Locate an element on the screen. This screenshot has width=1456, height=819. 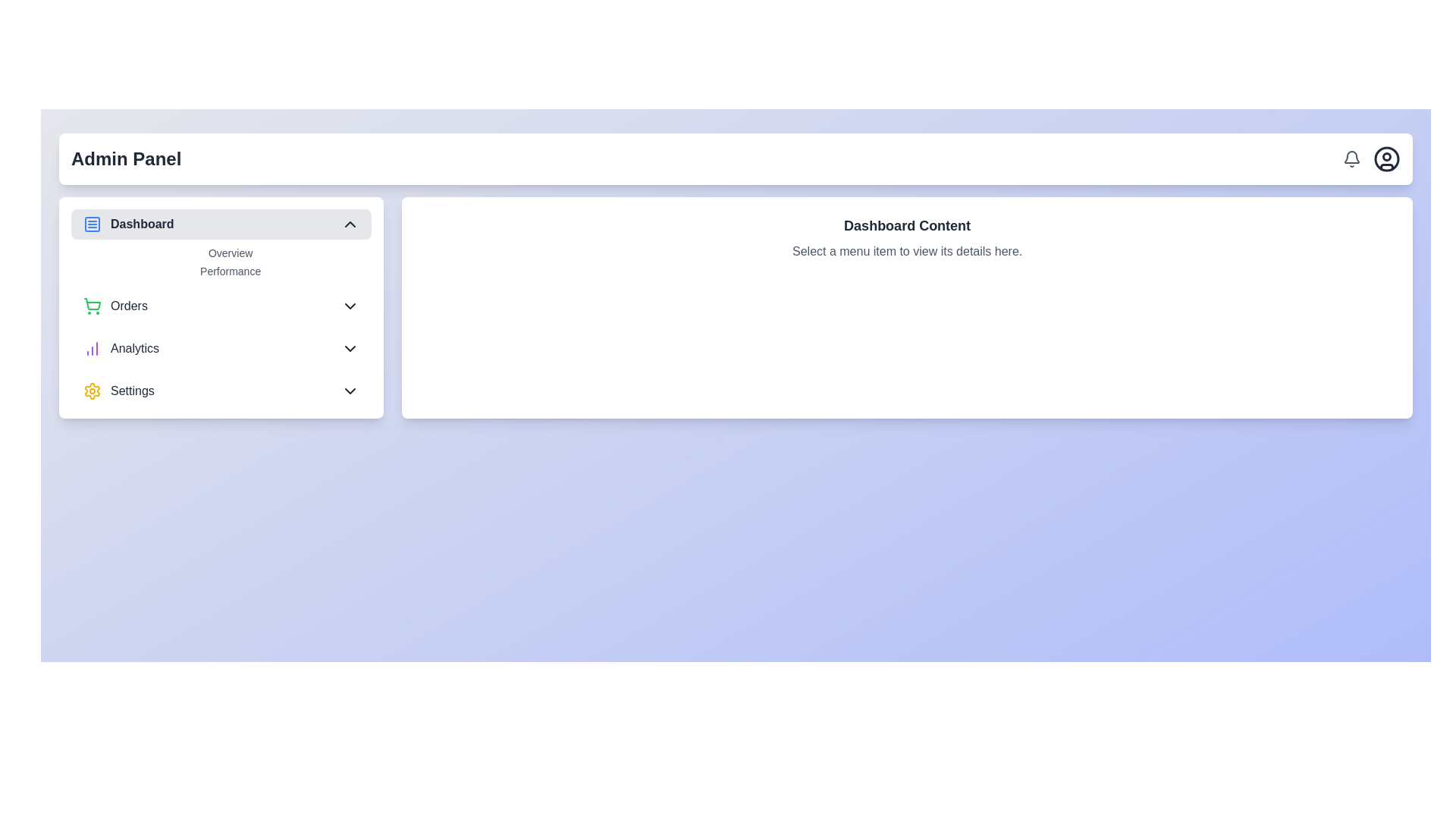
the upward-pointing chevron icon button located at the far right of the 'Dashboard' section header is located at coordinates (350, 224).